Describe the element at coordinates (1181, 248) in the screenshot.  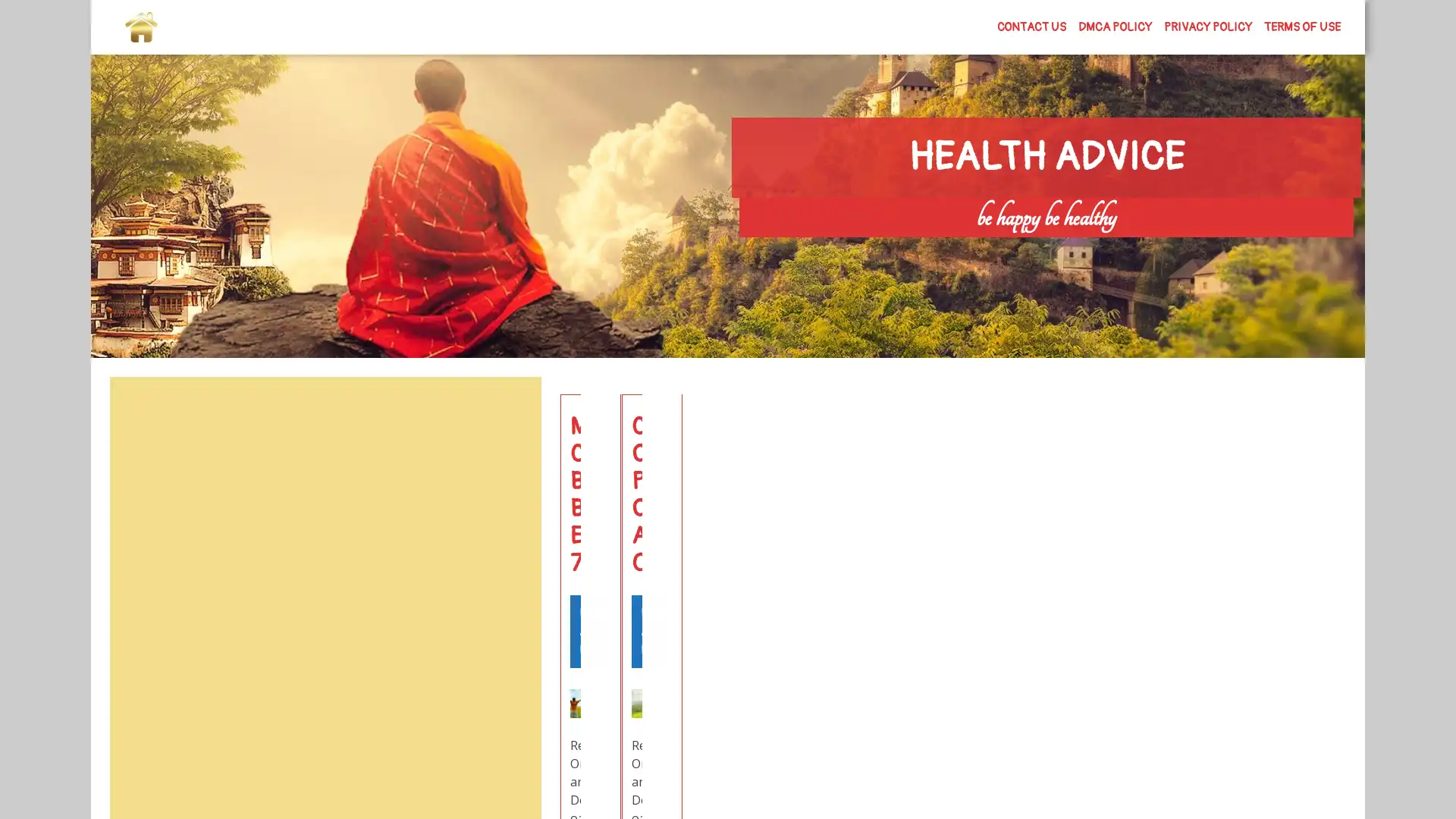
I see `Search` at that location.